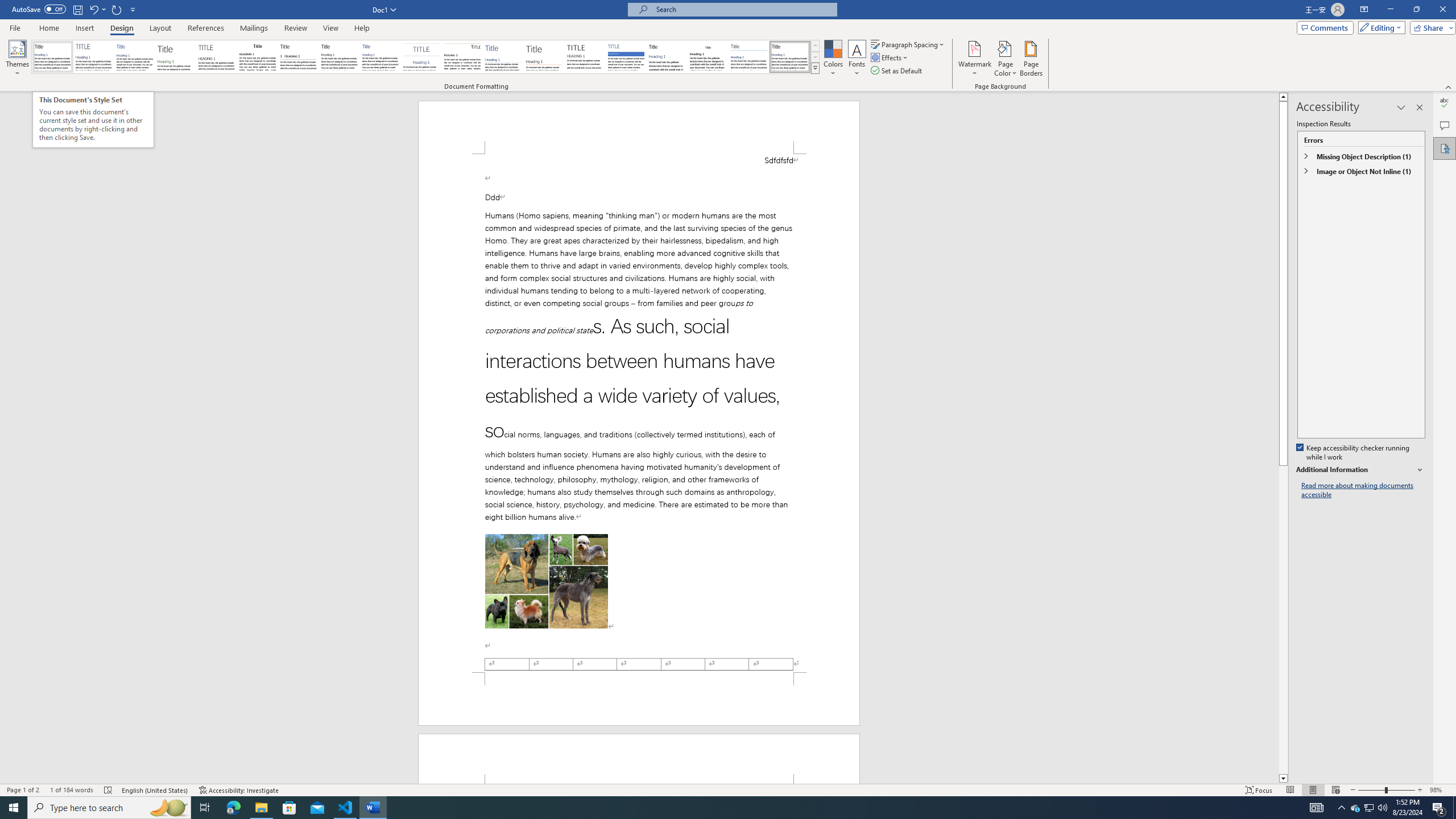 Image resolution: width=1456 pixels, height=819 pixels. I want to click on 'Casual', so click(380, 56).